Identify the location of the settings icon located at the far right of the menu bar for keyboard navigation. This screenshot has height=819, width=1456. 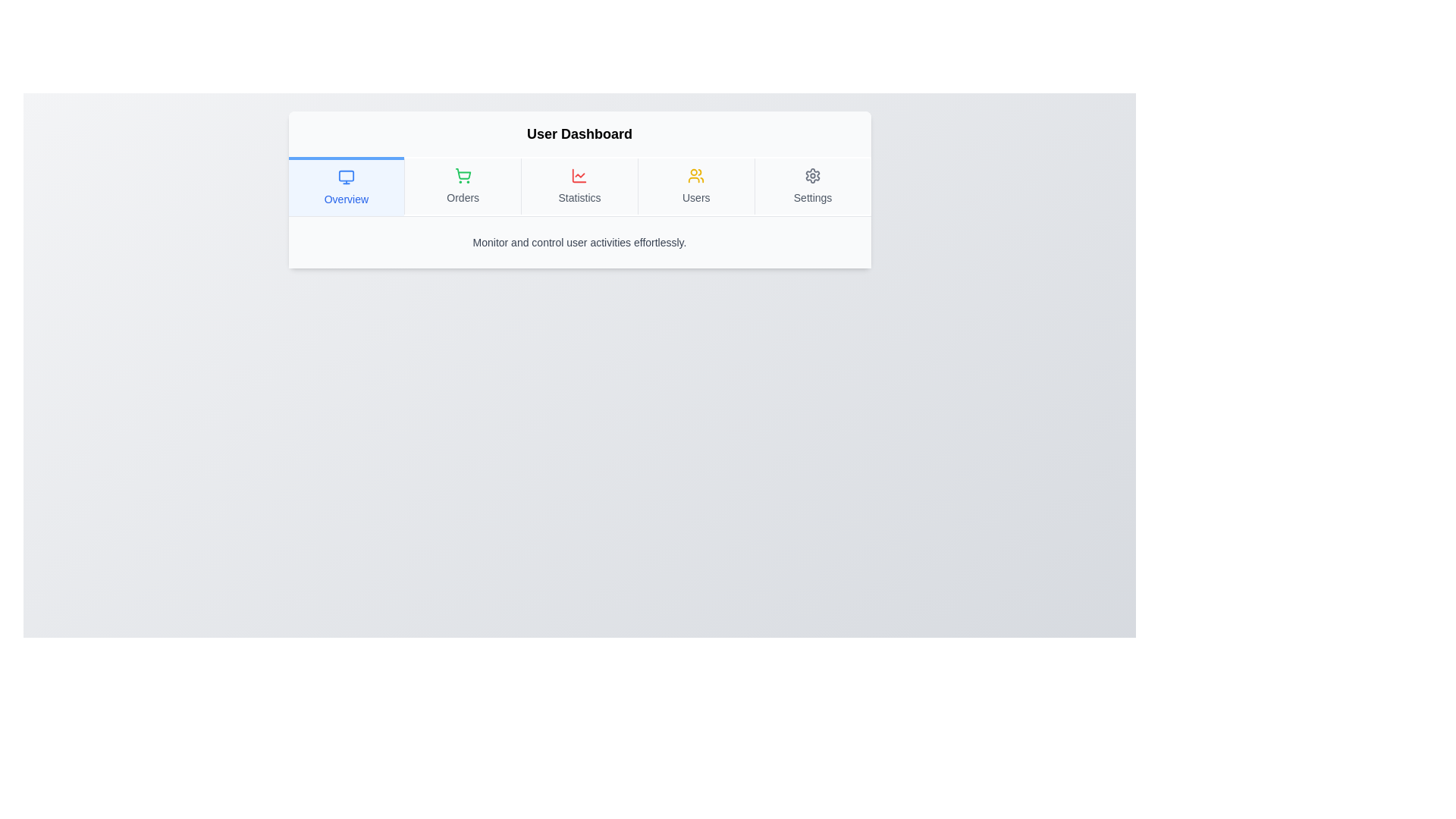
(812, 174).